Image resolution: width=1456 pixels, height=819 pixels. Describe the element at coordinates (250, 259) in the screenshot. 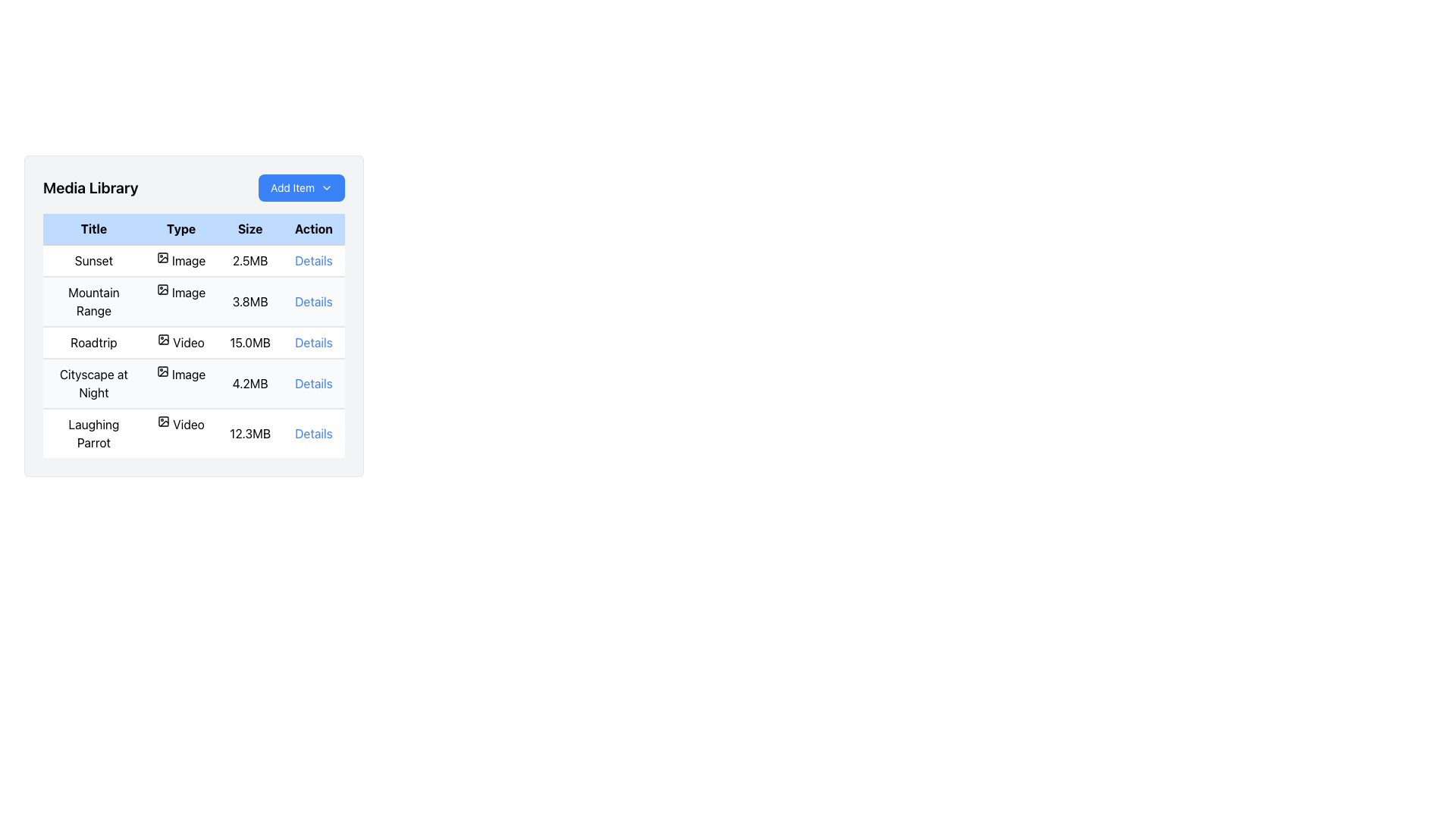

I see `the text label that displays the file size of 2.5 megabytes for the image titled 'Sunset', located in the third column of the first row under the 'Size' category` at that location.